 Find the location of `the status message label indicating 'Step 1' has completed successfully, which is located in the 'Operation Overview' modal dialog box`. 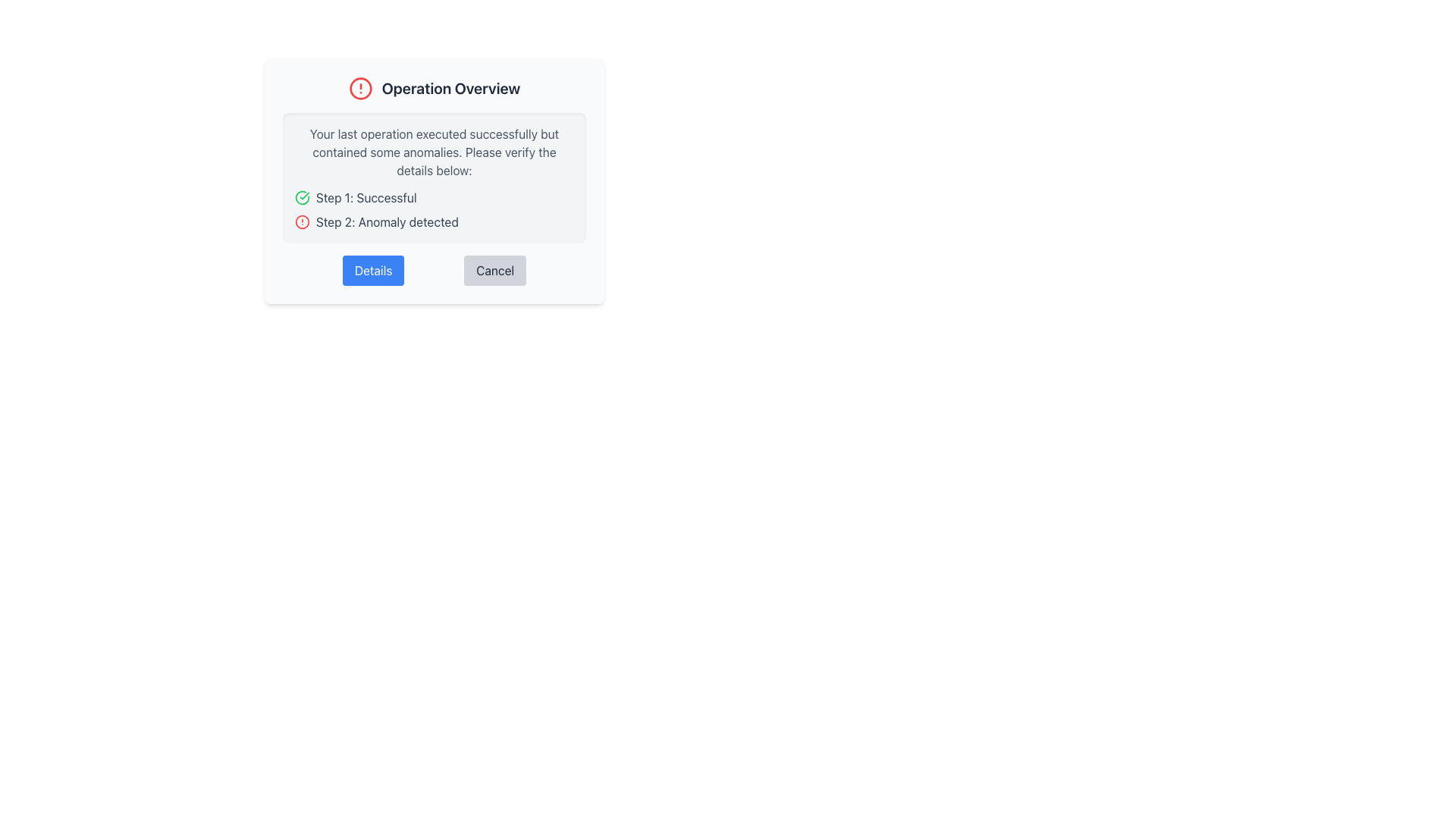

the status message label indicating 'Step 1' has completed successfully, which is located in the 'Operation Overview' modal dialog box is located at coordinates (366, 197).